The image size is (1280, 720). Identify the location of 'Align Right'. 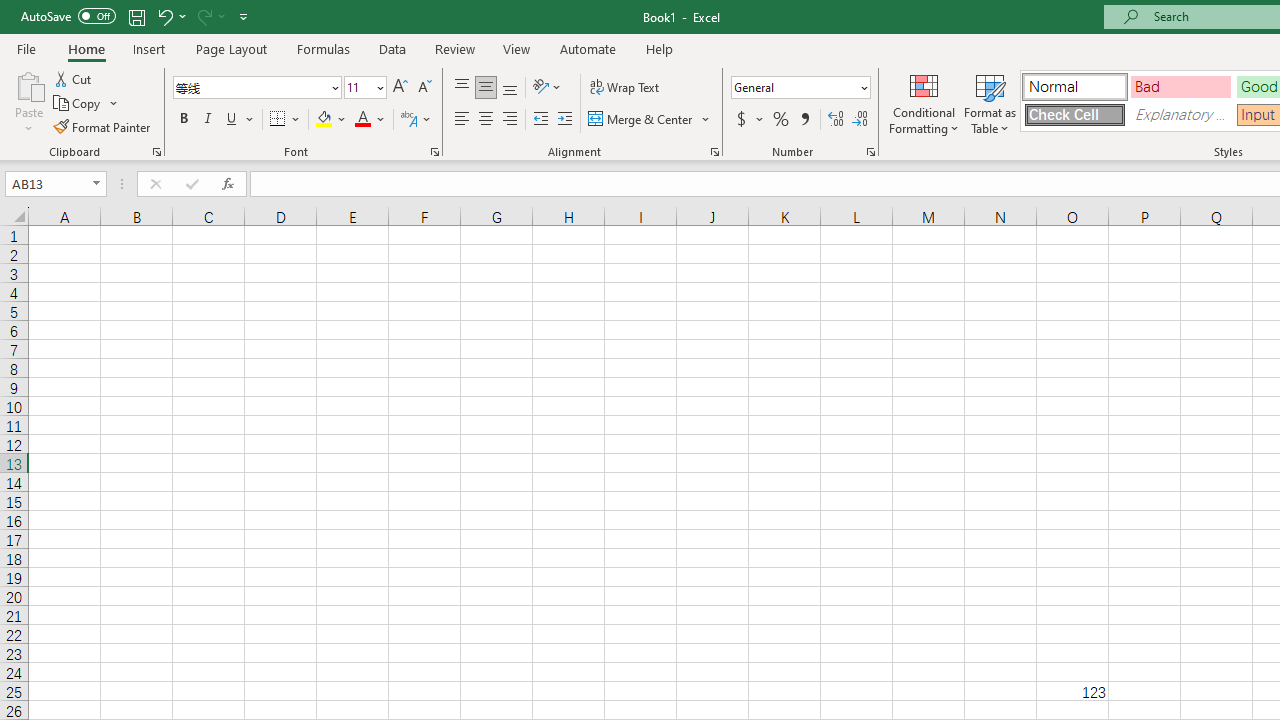
(510, 119).